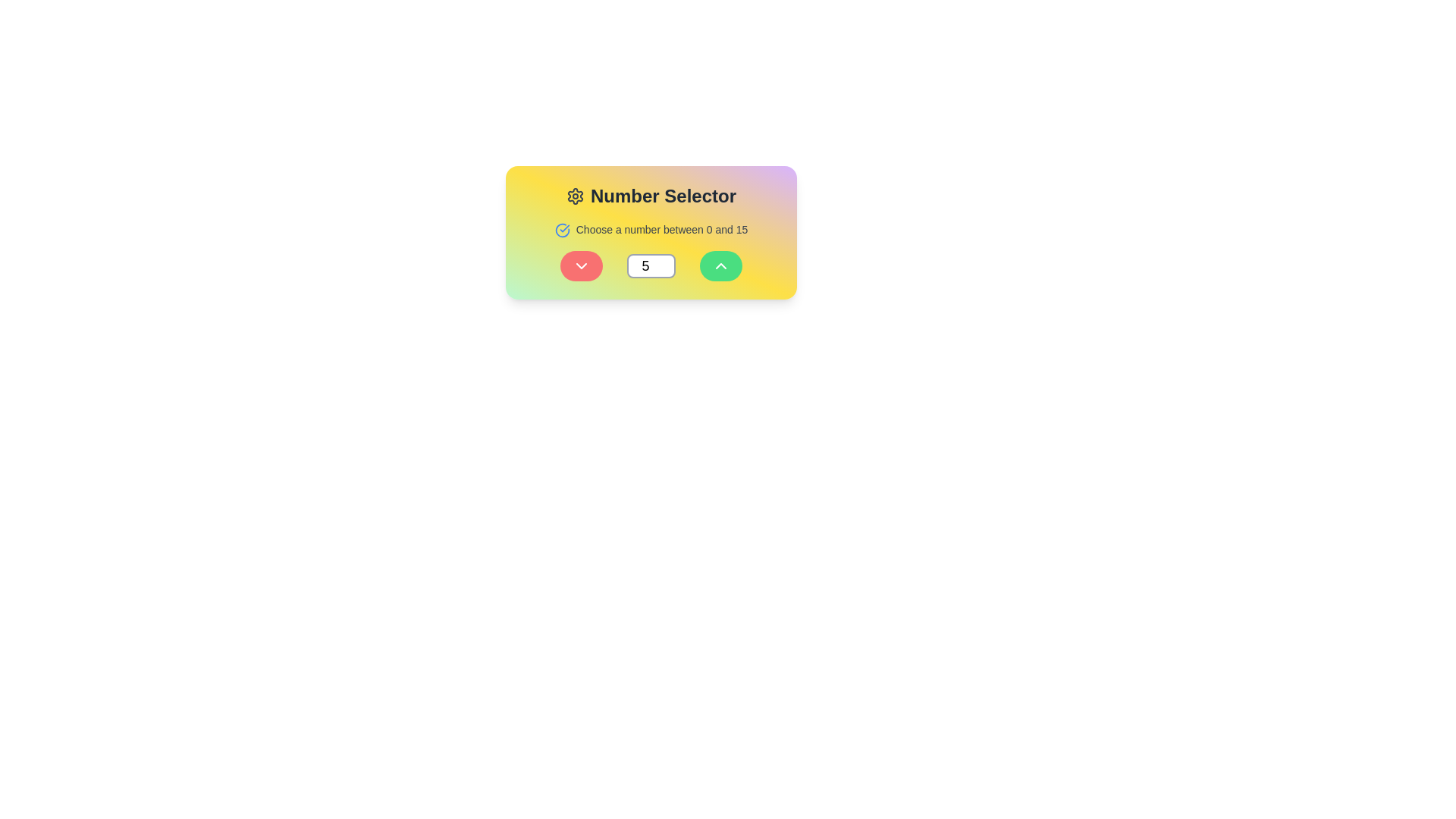 The height and width of the screenshot is (819, 1456). I want to click on the gear/settings icon located in the top-left corner of the 'Number Selector' interface, positioned to the left of the title text, so click(574, 195).